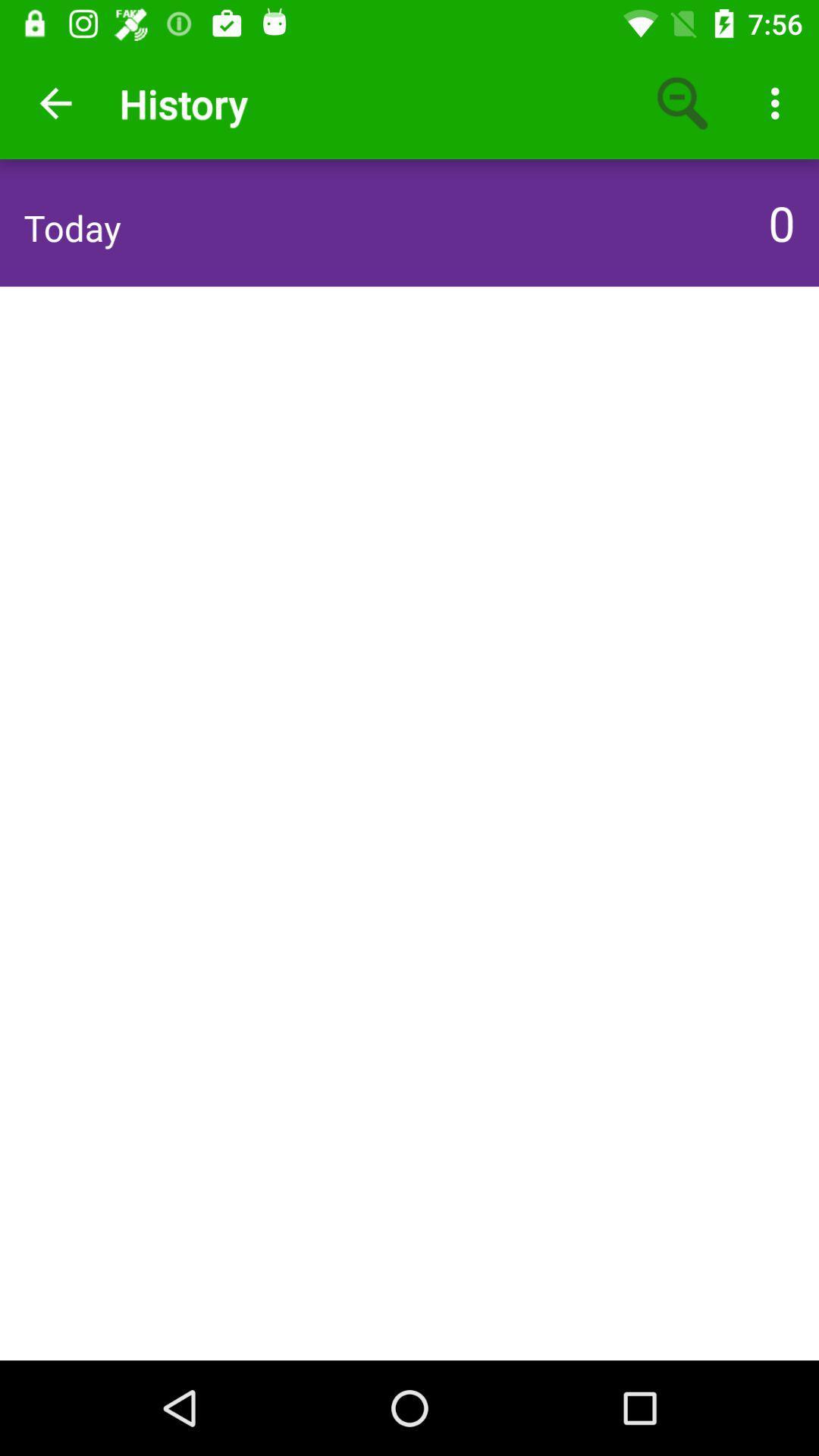  Describe the element at coordinates (72, 227) in the screenshot. I see `icon next to 0` at that location.